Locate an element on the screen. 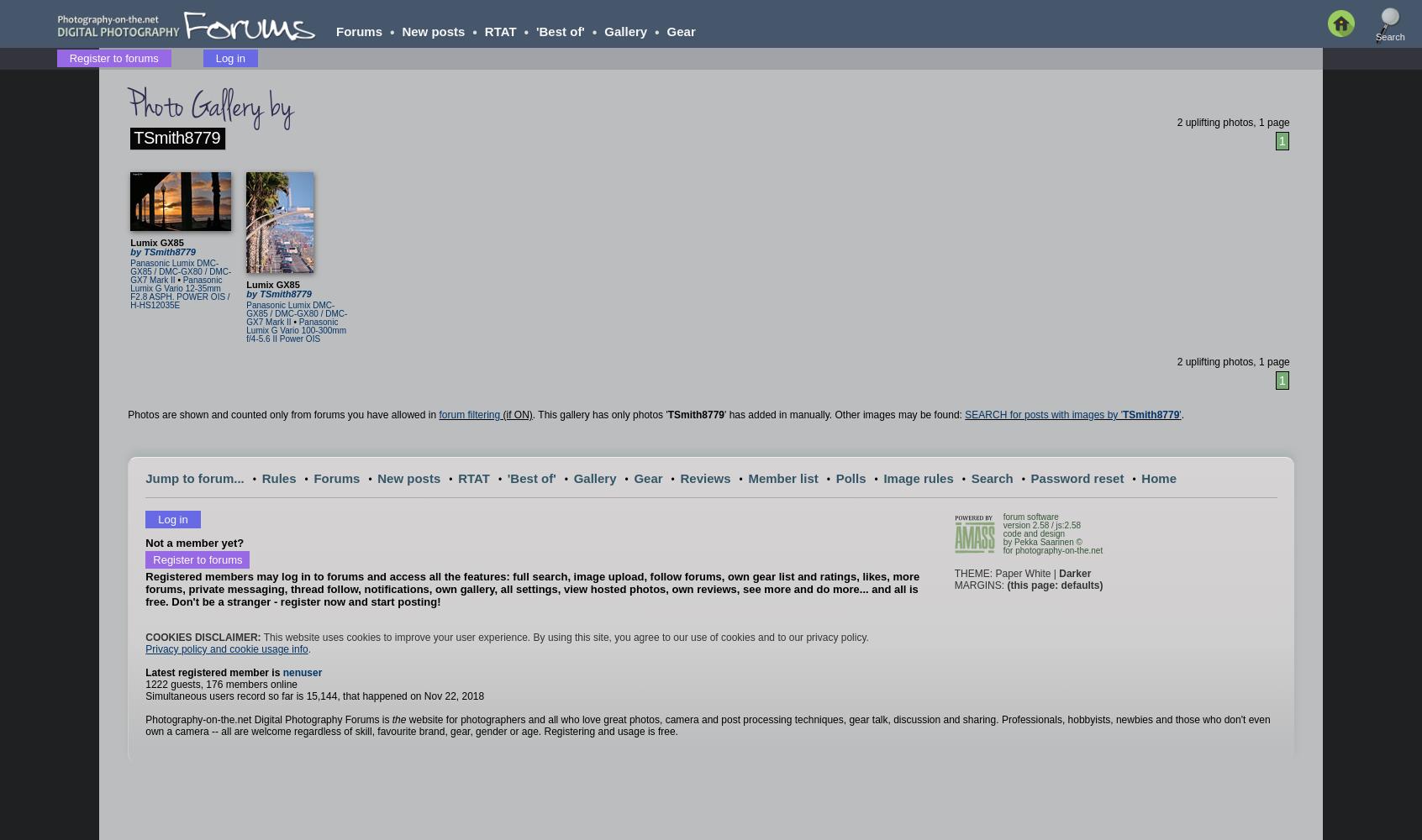 The width and height of the screenshot is (1422, 840). 'Member list' is located at coordinates (782, 477).